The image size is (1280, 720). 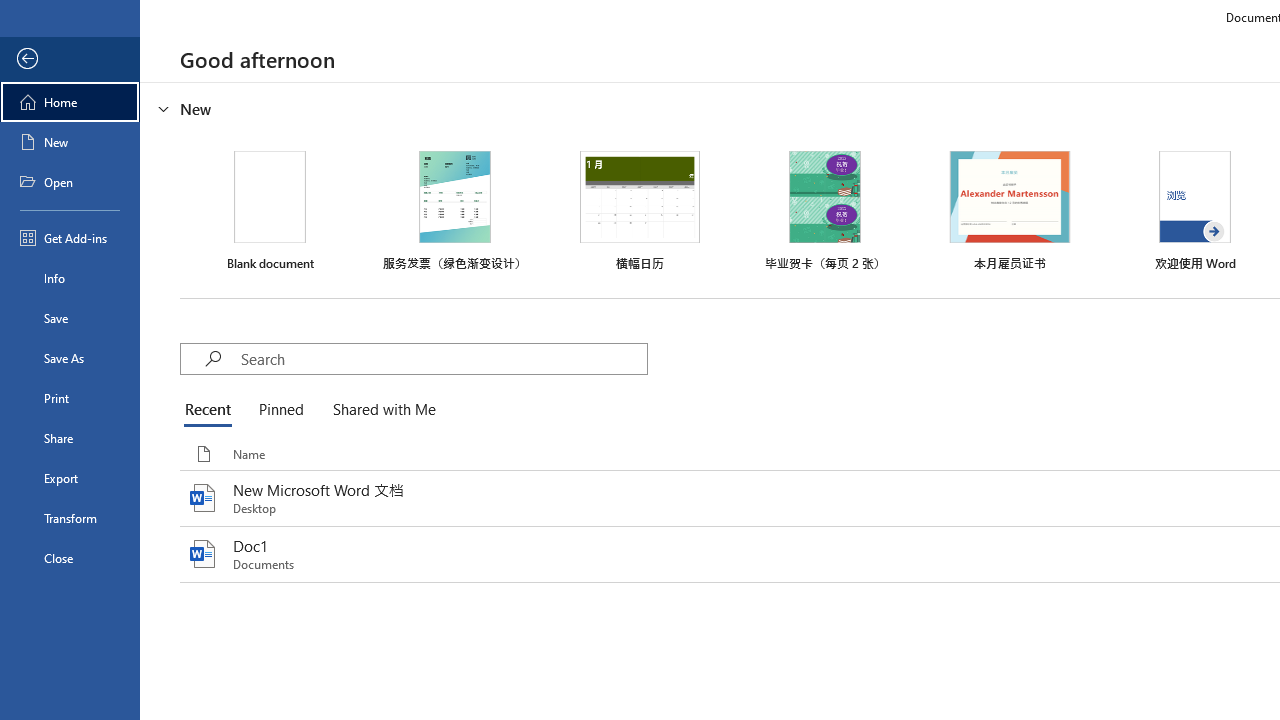 I want to click on 'Save As', so click(x=69, y=356).